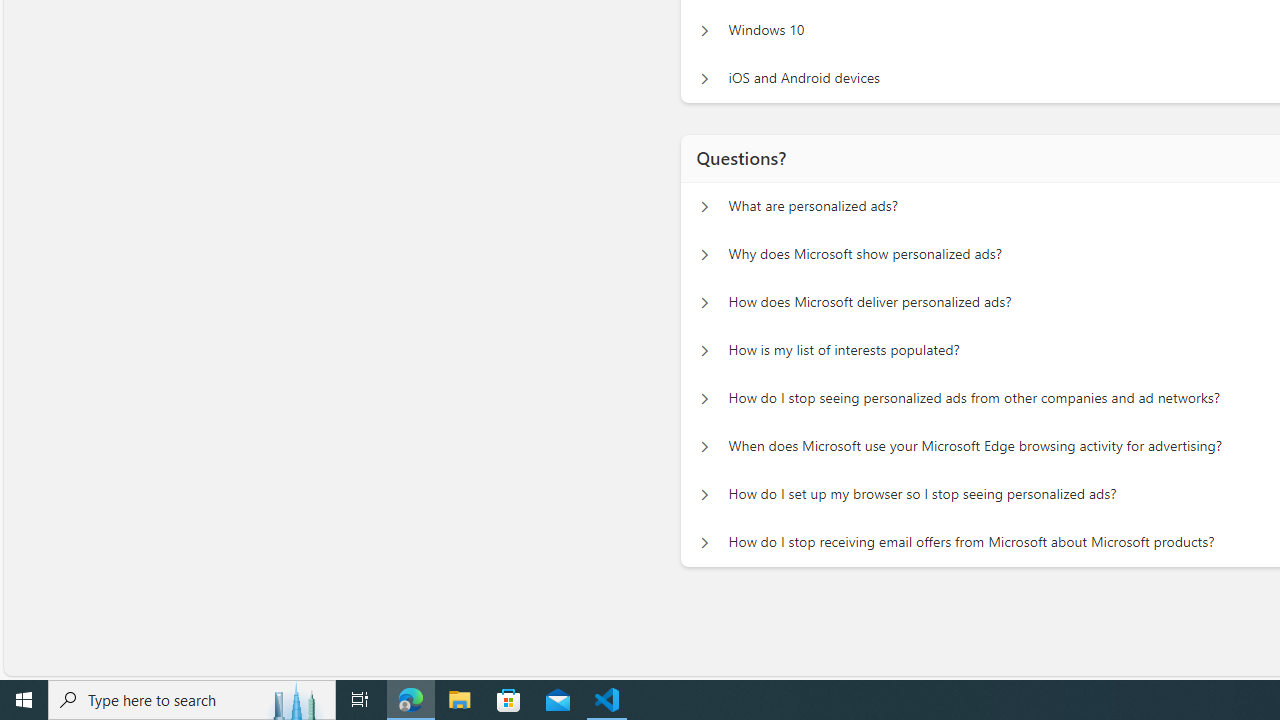  What do you see at coordinates (704, 206) in the screenshot?
I see `'Questions? What are personalized ads?'` at bounding box center [704, 206].